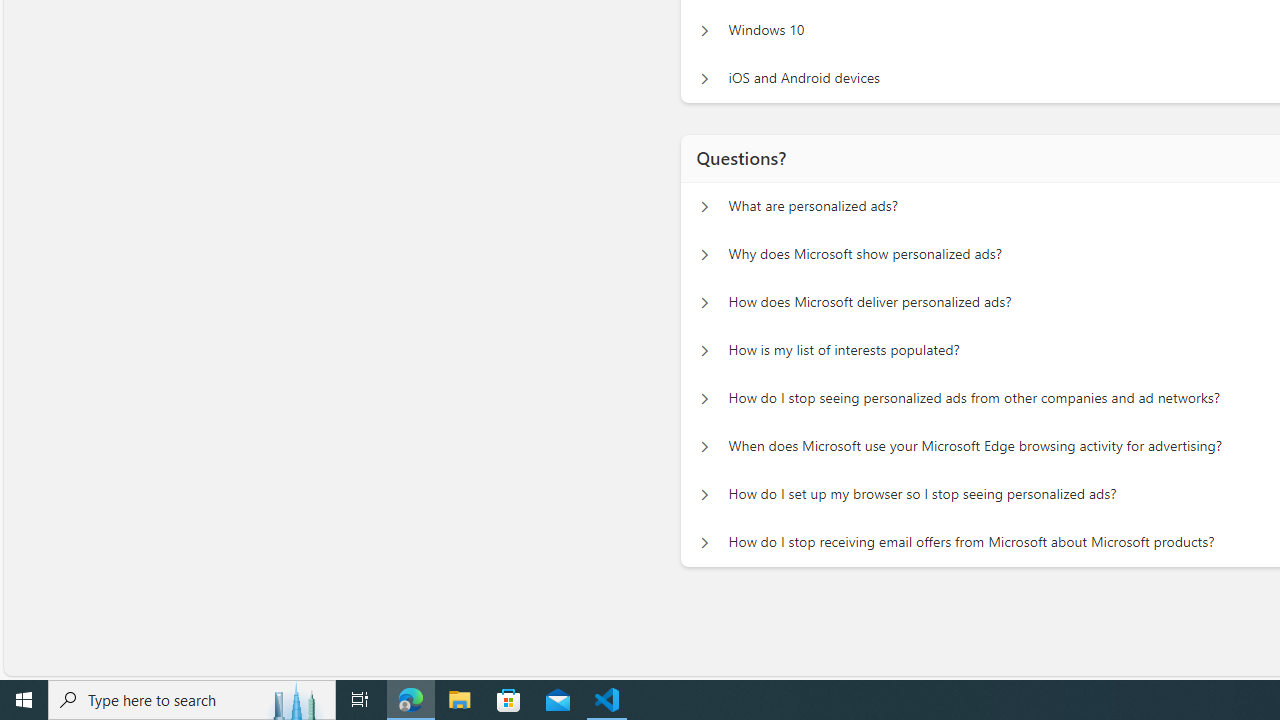  What do you see at coordinates (704, 206) in the screenshot?
I see `'Questions? What are personalized ads?'` at bounding box center [704, 206].